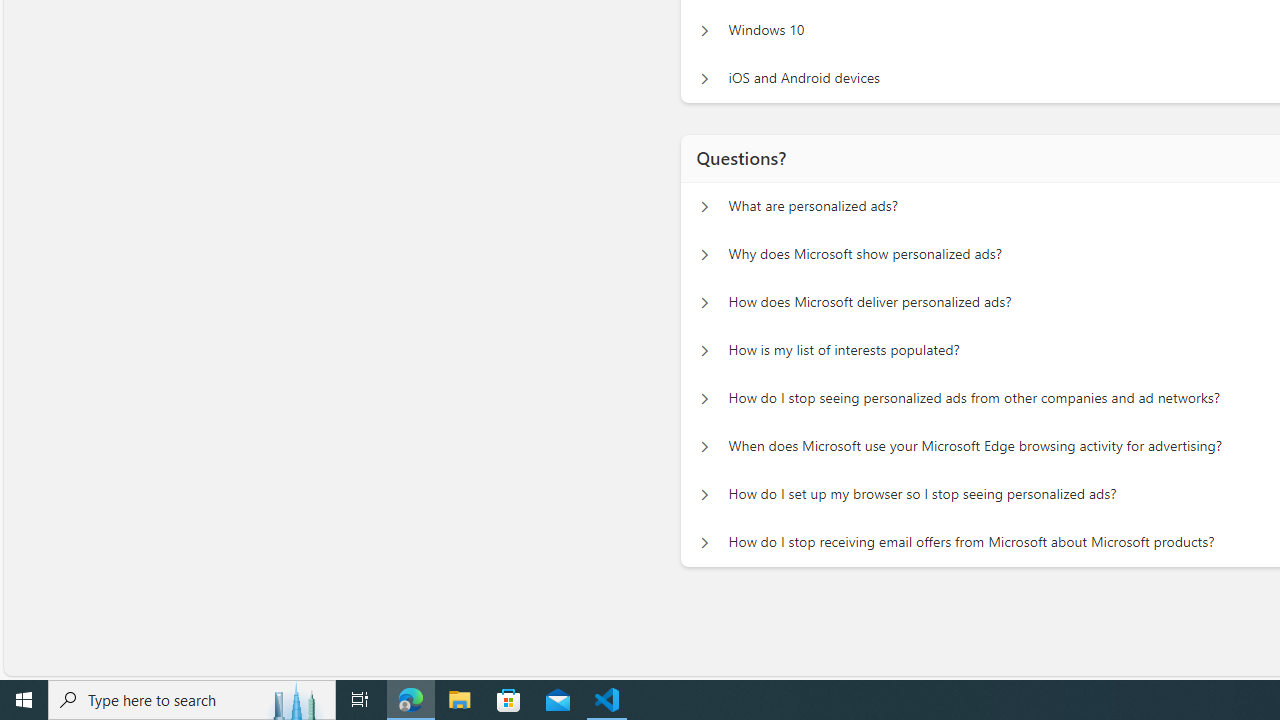  What do you see at coordinates (704, 206) in the screenshot?
I see `'Questions? What are personalized ads?'` at bounding box center [704, 206].